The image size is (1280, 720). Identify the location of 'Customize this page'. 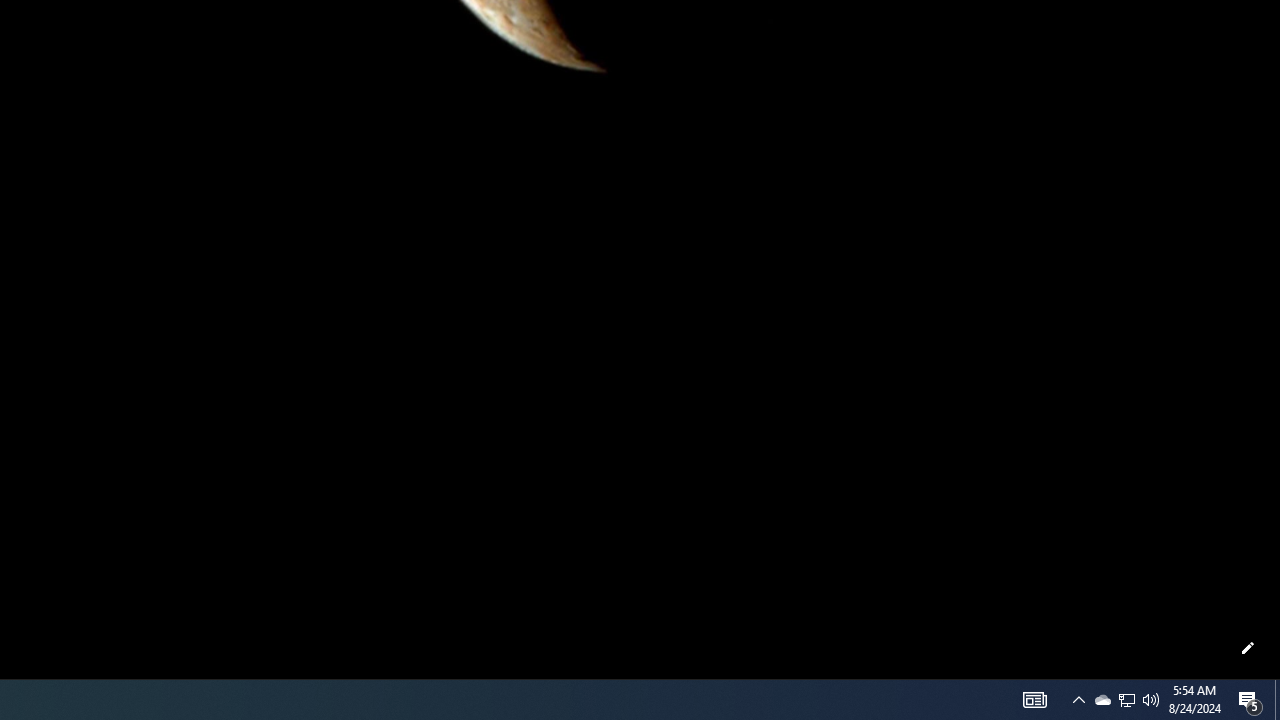
(1247, 648).